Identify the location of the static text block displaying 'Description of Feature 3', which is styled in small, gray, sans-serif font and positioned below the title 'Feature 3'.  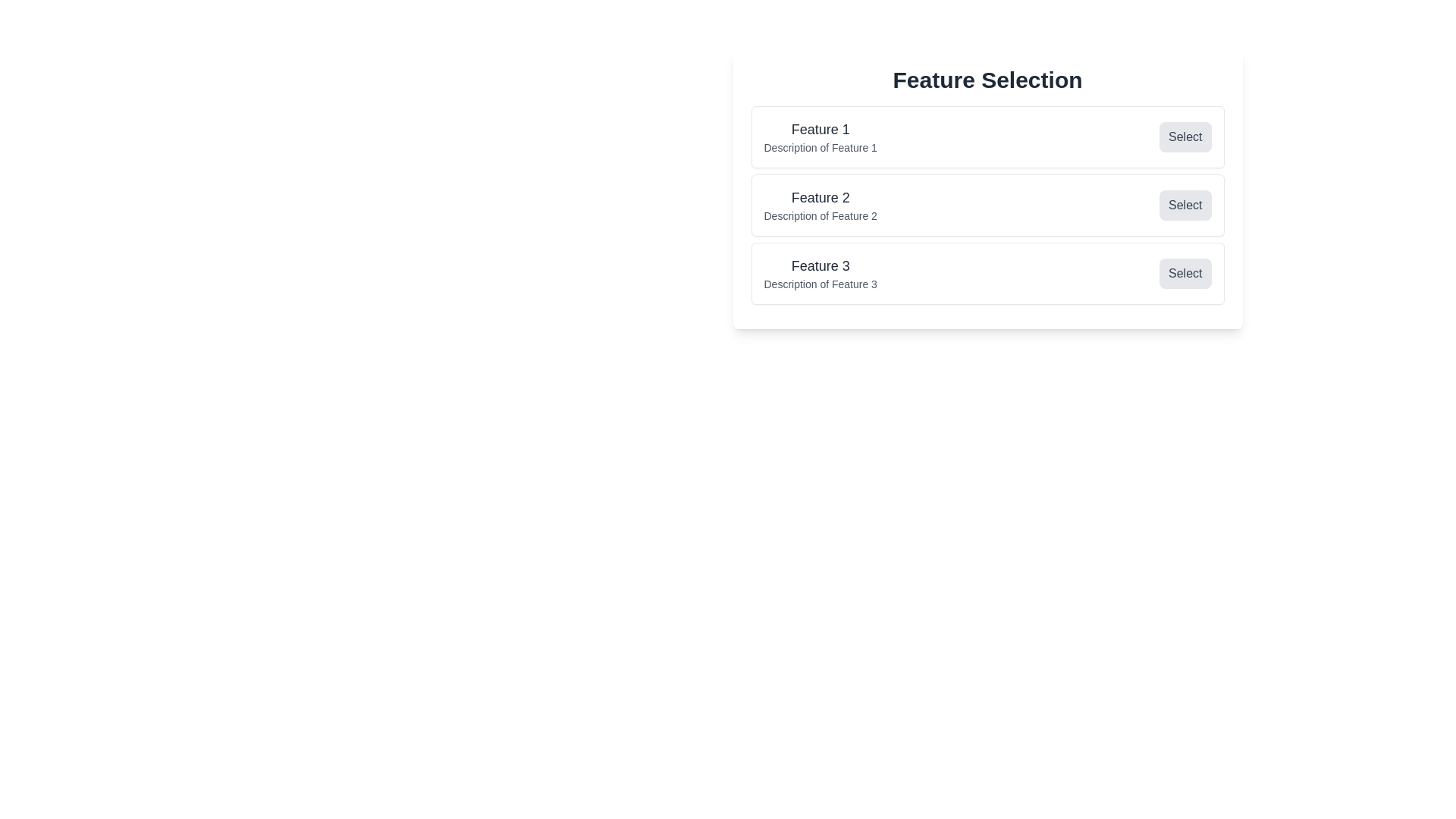
(820, 284).